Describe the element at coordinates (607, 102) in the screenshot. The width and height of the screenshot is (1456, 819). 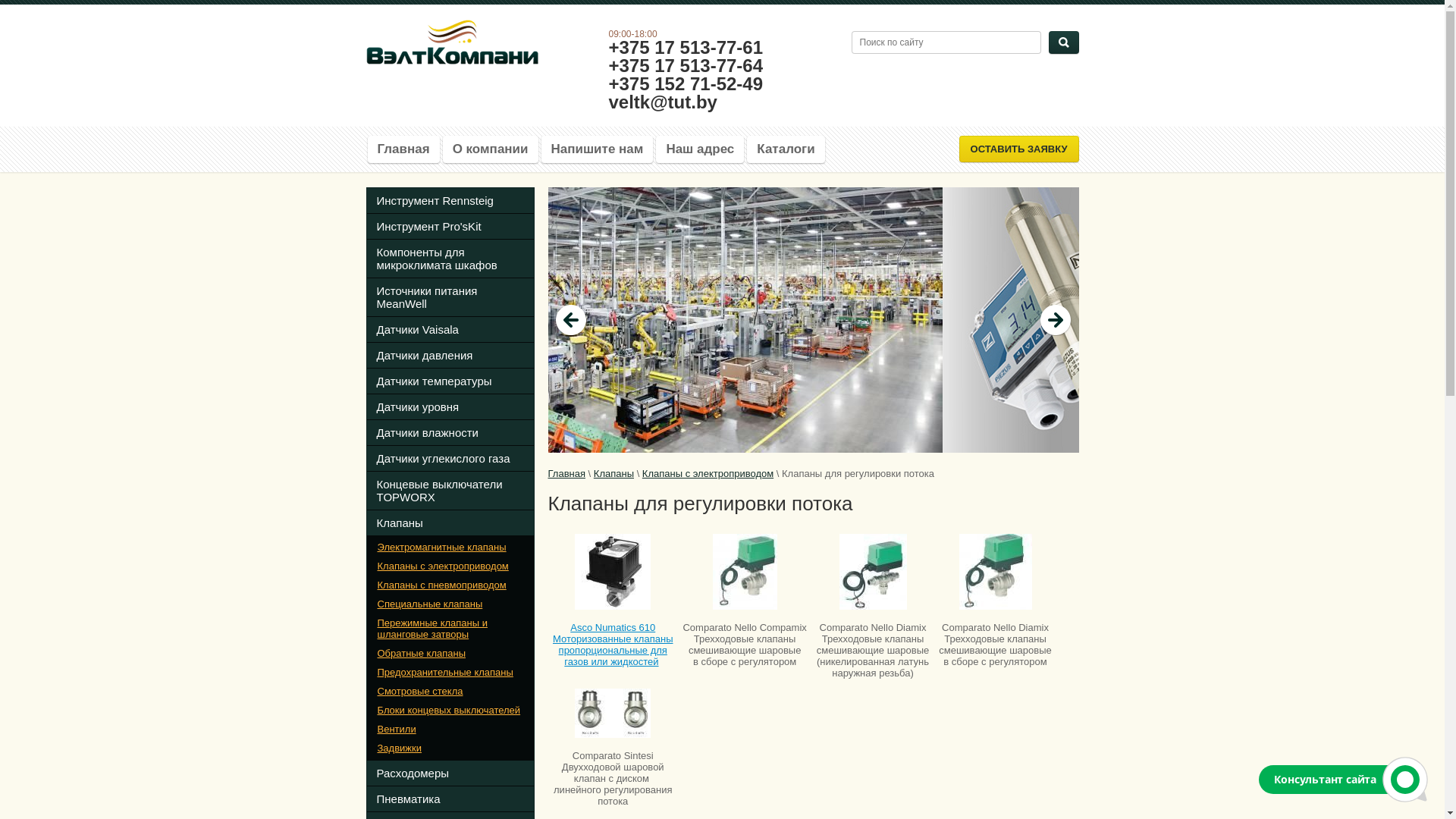
I see `'veltk@tut.by'` at that location.